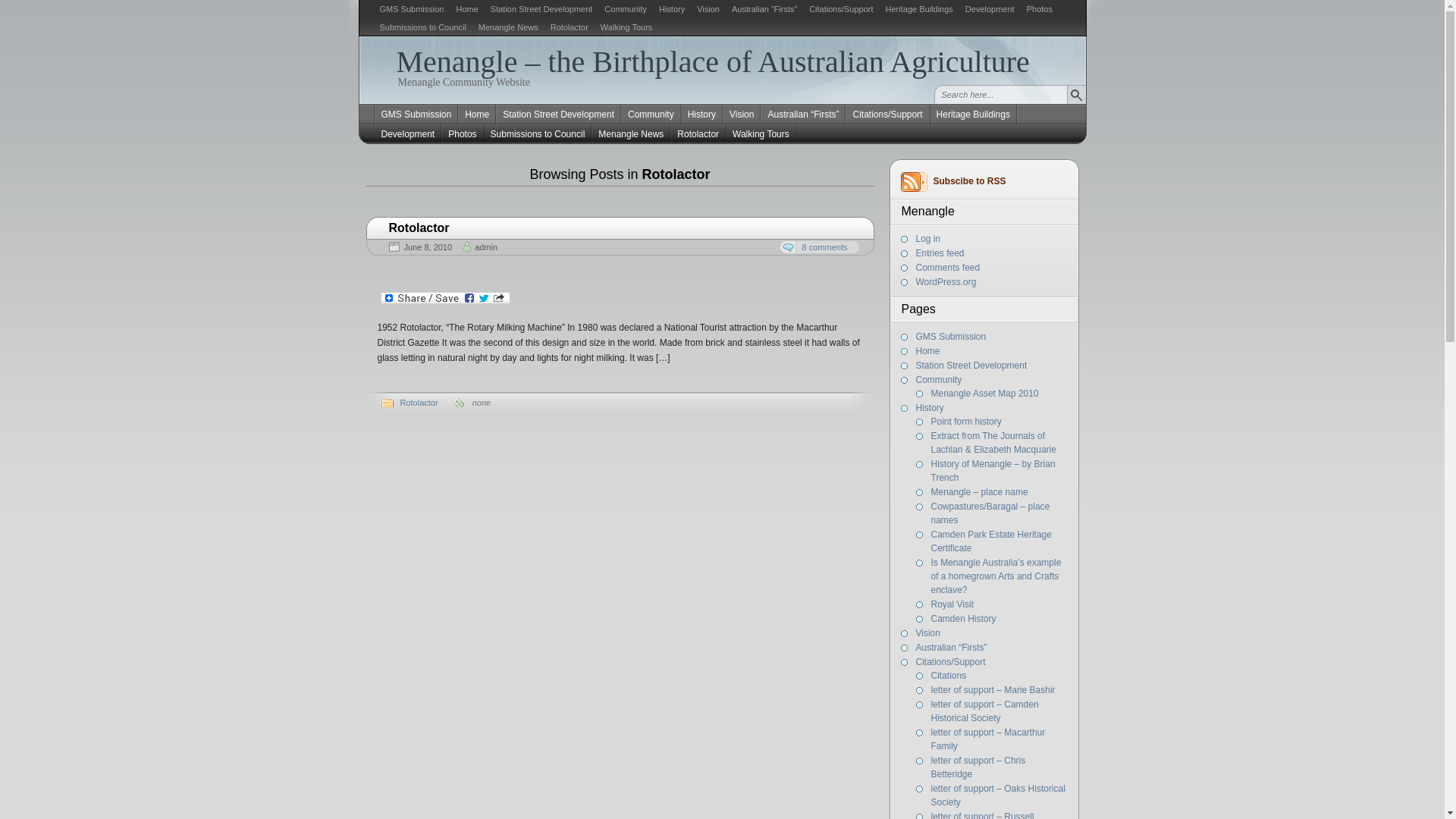 The width and height of the screenshot is (1456, 819). What do you see at coordinates (626, 27) in the screenshot?
I see `'Walking Tours'` at bounding box center [626, 27].